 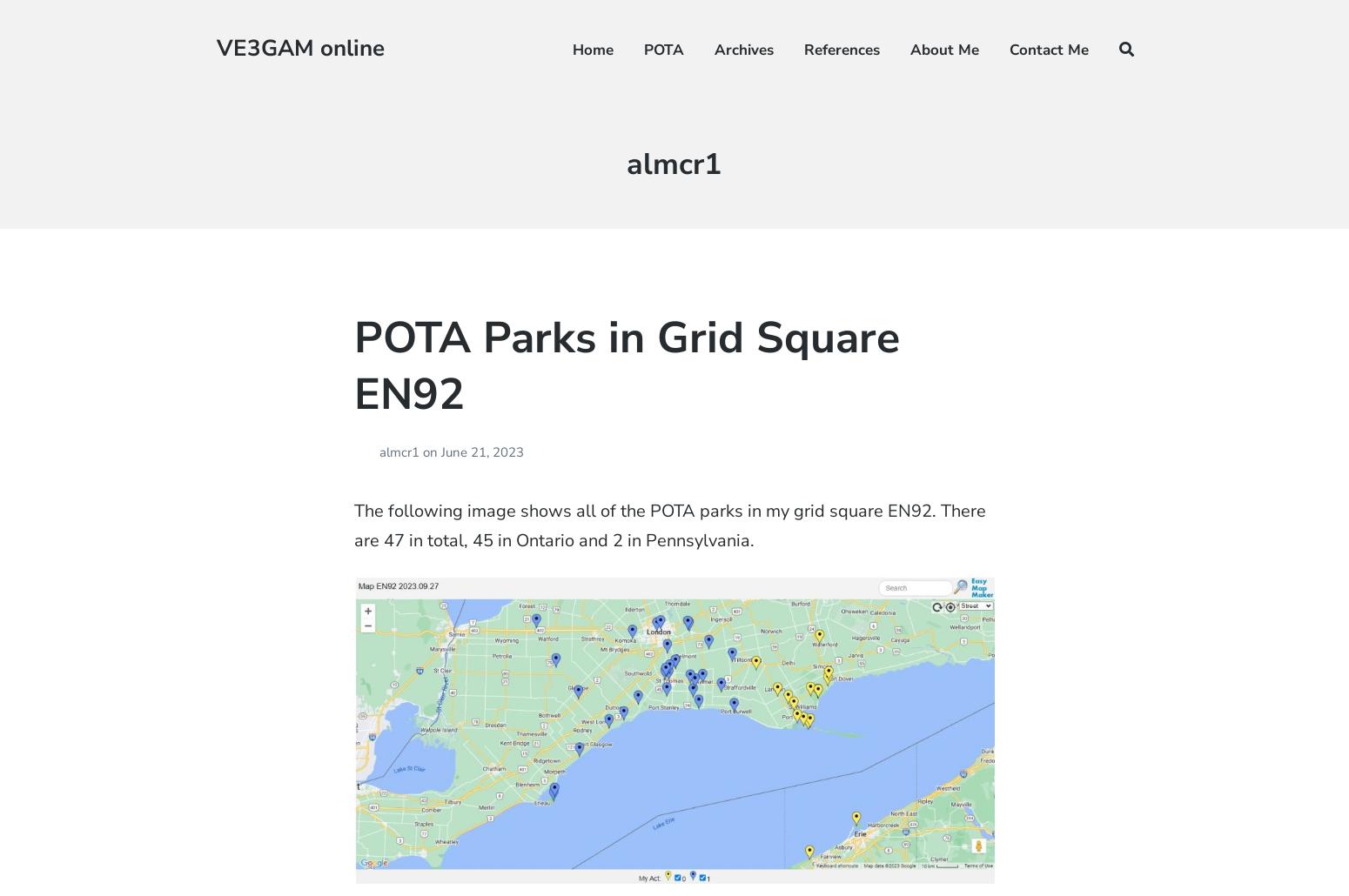 I want to click on 'POTA', so click(x=664, y=49).